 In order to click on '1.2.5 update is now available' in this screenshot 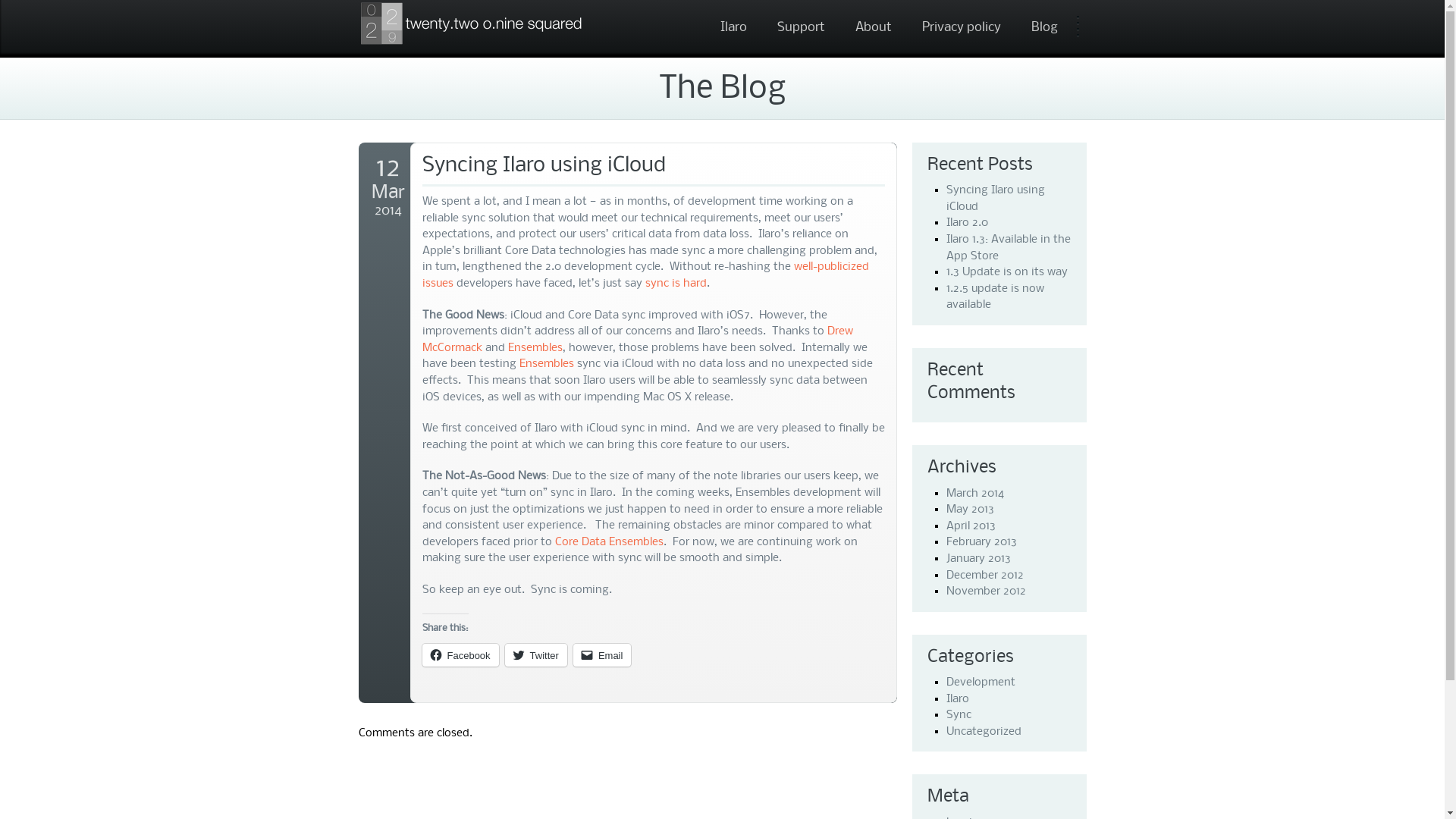, I will do `click(995, 297)`.